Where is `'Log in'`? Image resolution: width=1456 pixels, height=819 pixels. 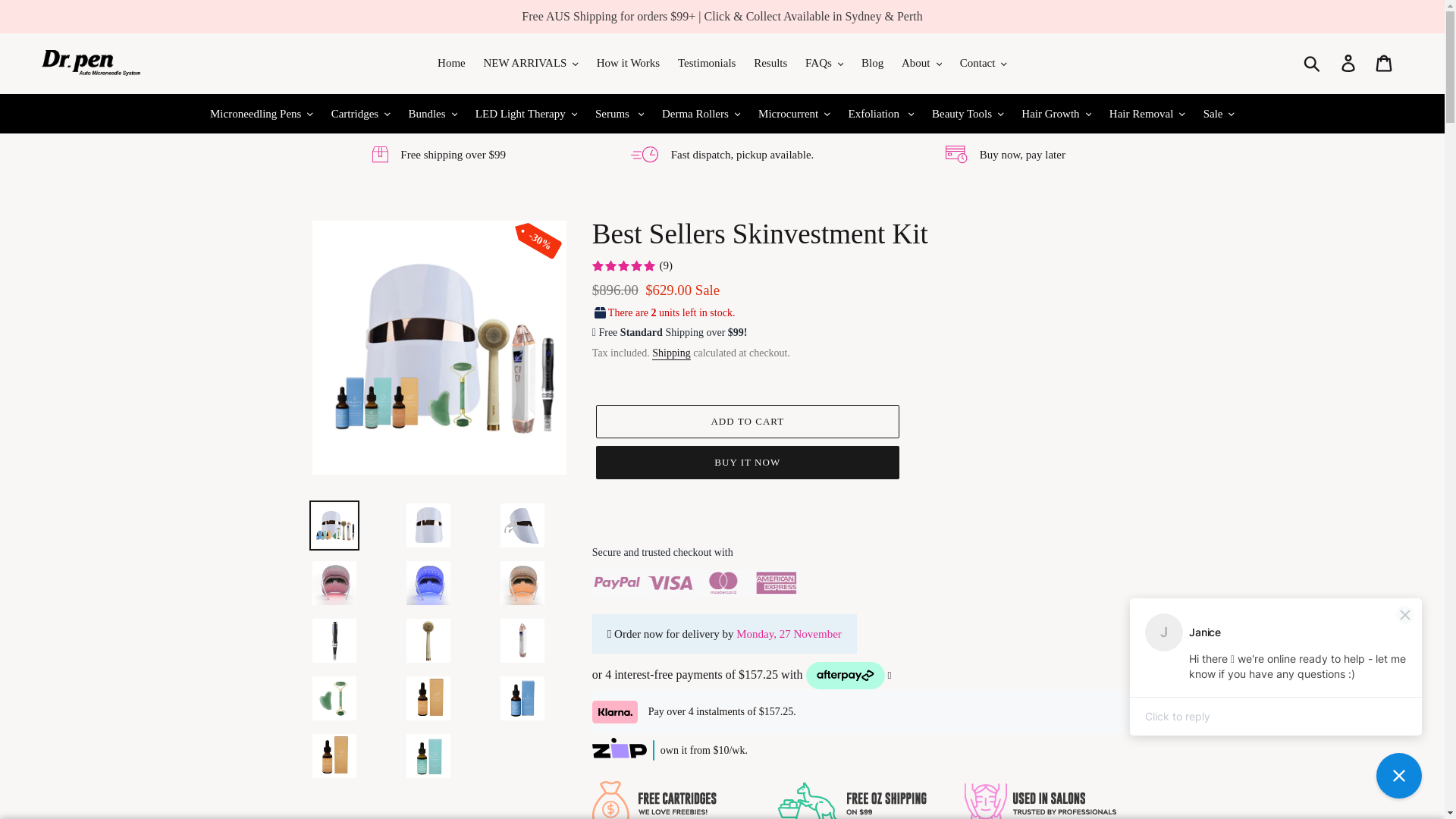 'Log in' is located at coordinates (1331, 62).